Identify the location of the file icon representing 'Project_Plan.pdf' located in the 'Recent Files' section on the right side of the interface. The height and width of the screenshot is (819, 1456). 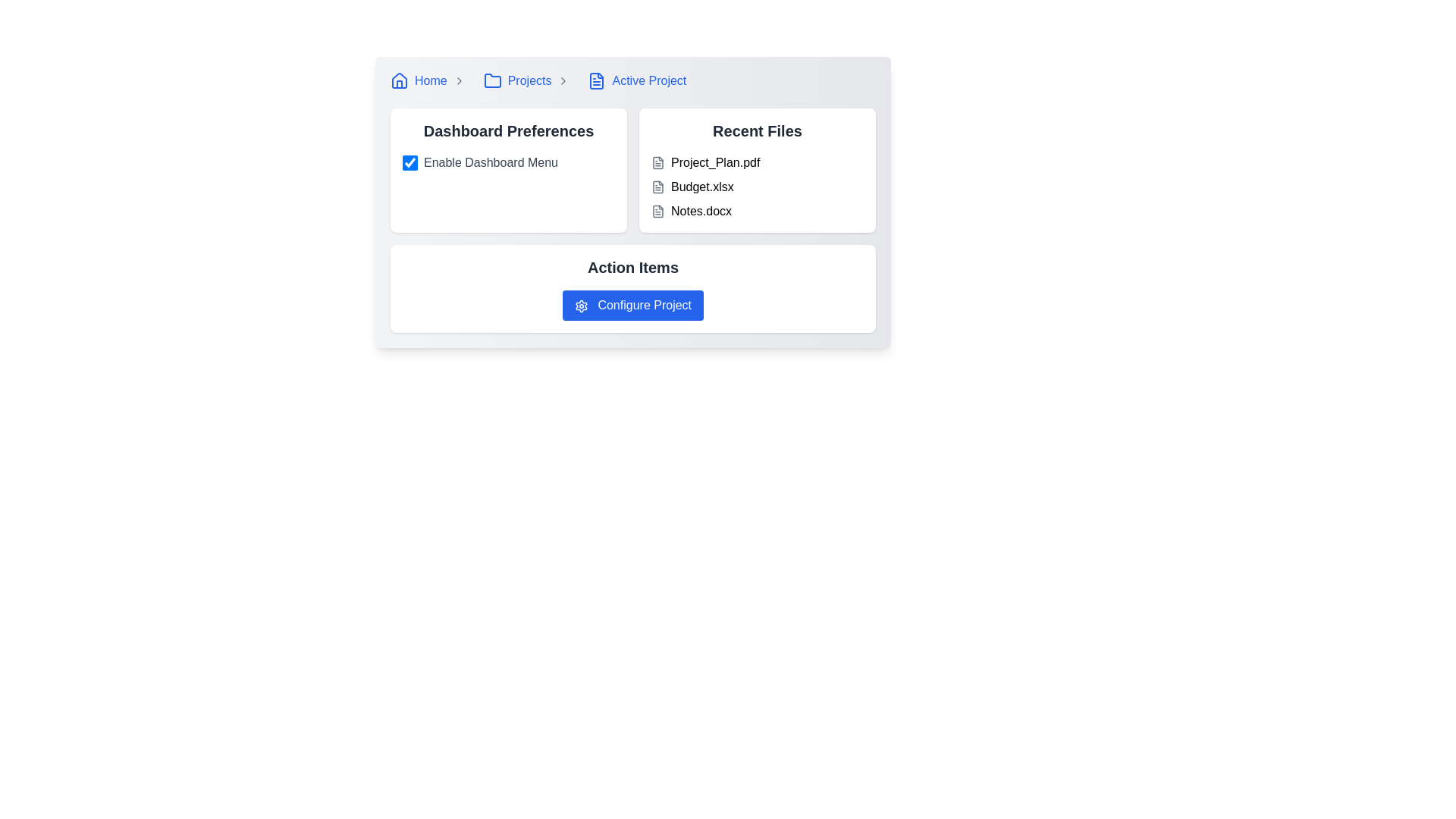
(658, 163).